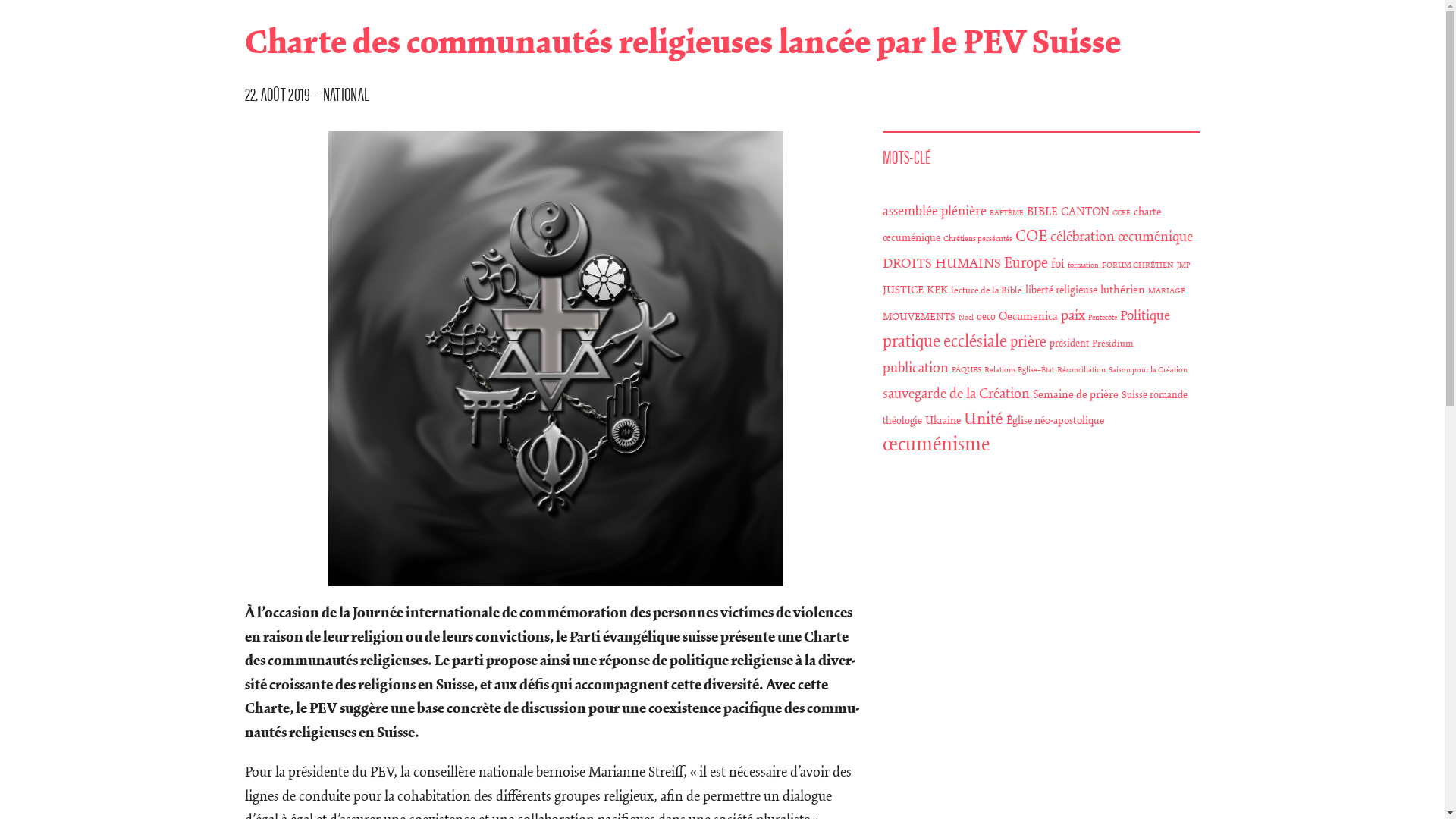 Image resolution: width=1456 pixels, height=819 pixels. Describe the element at coordinates (918, 316) in the screenshot. I see `'MOUVEMENTS'` at that location.